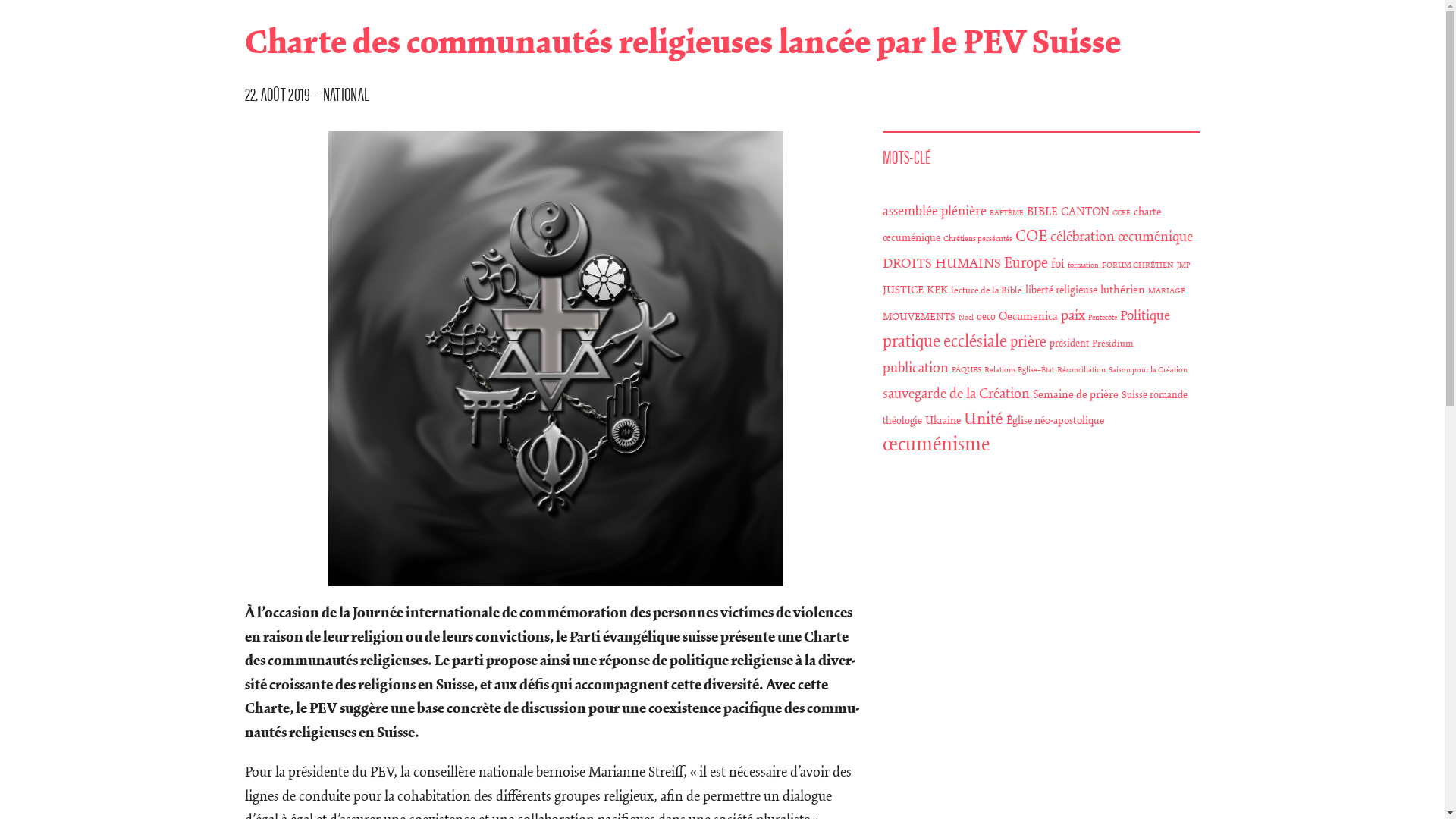 Image resolution: width=1456 pixels, height=819 pixels. Describe the element at coordinates (918, 316) in the screenshot. I see `'MOUVEMENTS'` at that location.